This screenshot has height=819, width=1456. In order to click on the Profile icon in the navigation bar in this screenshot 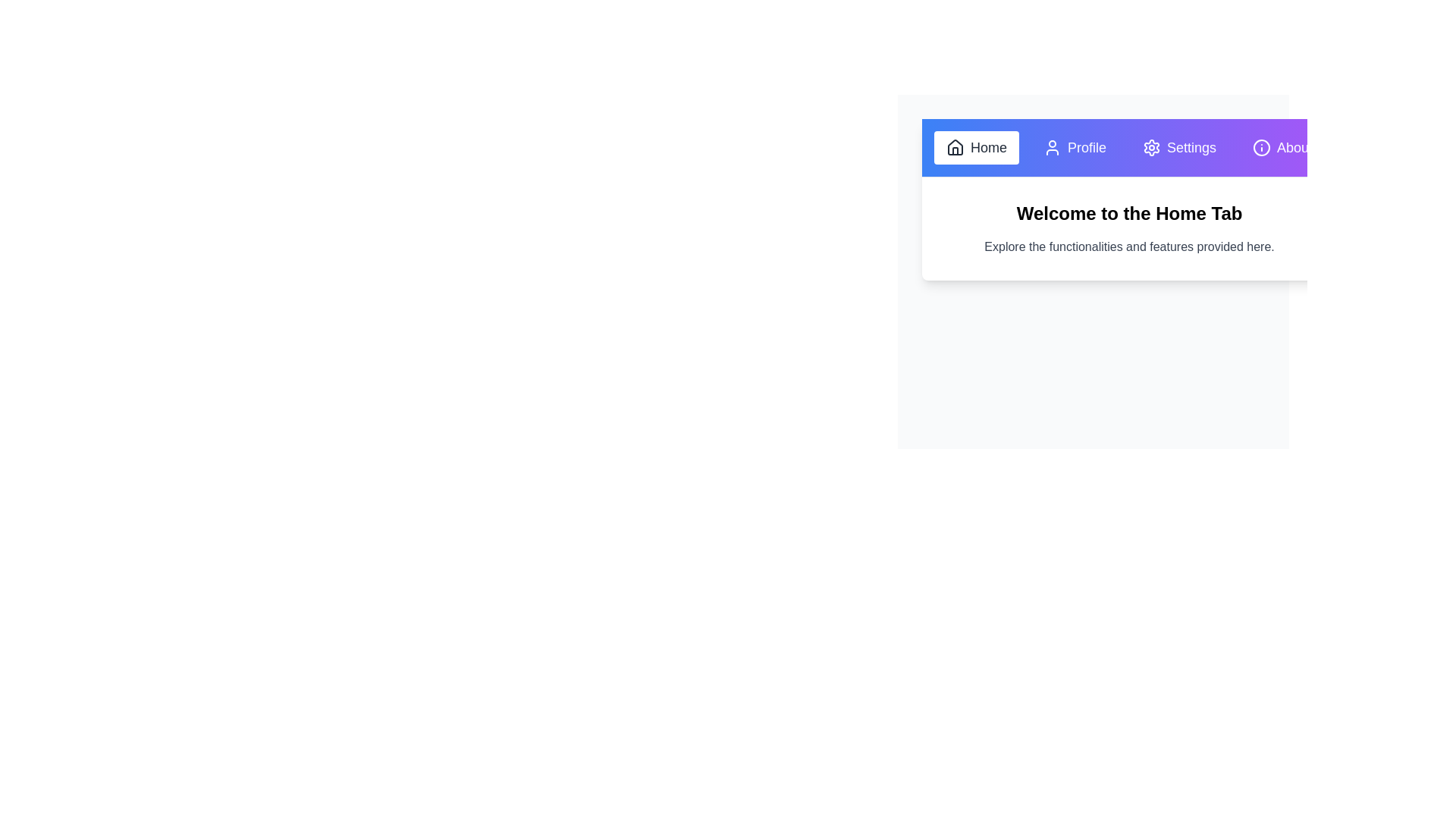, I will do `click(1051, 148)`.